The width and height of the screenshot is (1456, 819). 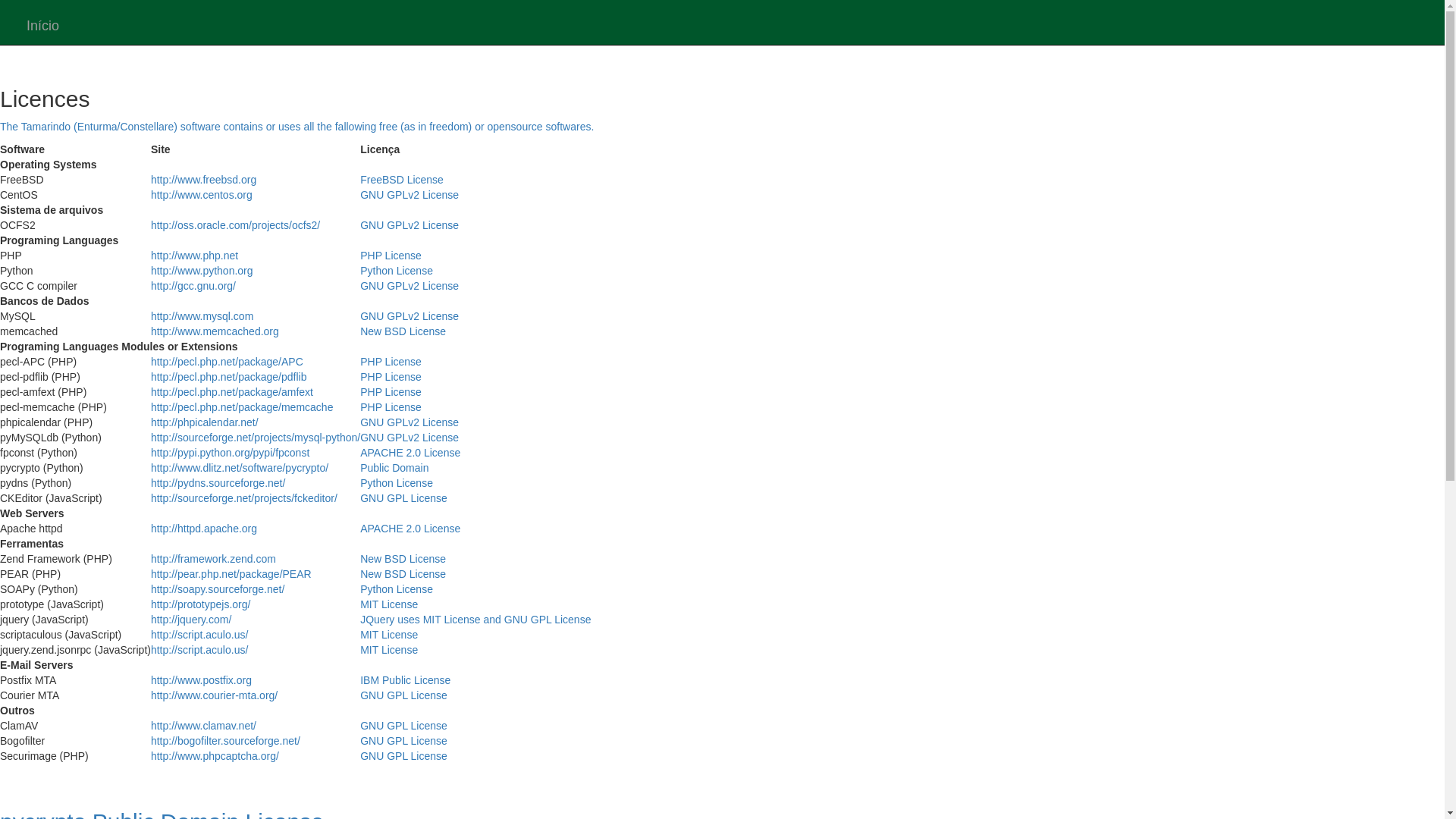 I want to click on 'http://pecl.php.net/package/memcache', so click(x=240, y=406).